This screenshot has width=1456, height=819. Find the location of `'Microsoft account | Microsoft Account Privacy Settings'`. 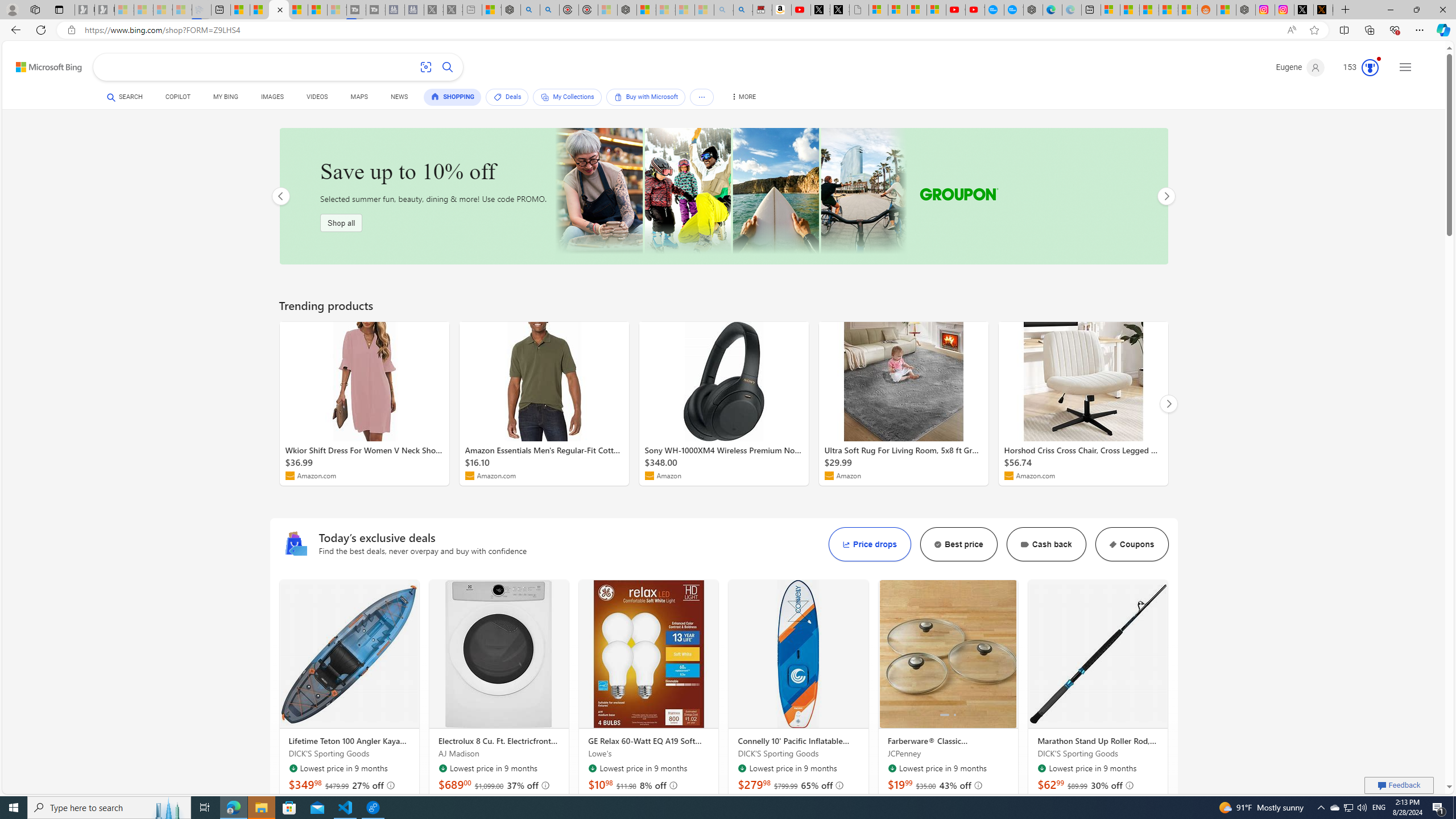

'Microsoft account | Microsoft Account Privacy Settings' is located at coordinates (1110, 9).